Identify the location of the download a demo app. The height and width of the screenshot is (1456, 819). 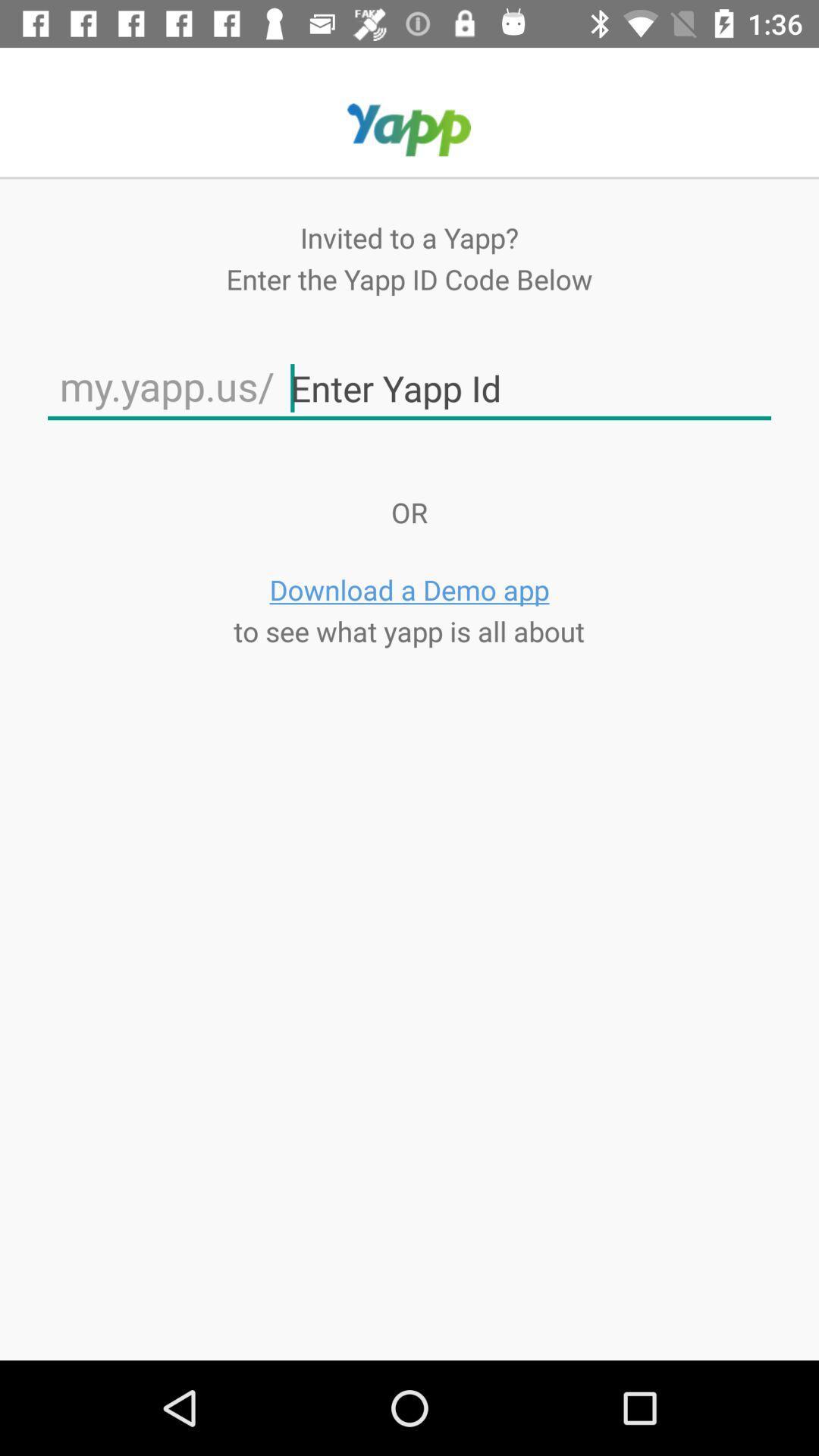
(409, 588).